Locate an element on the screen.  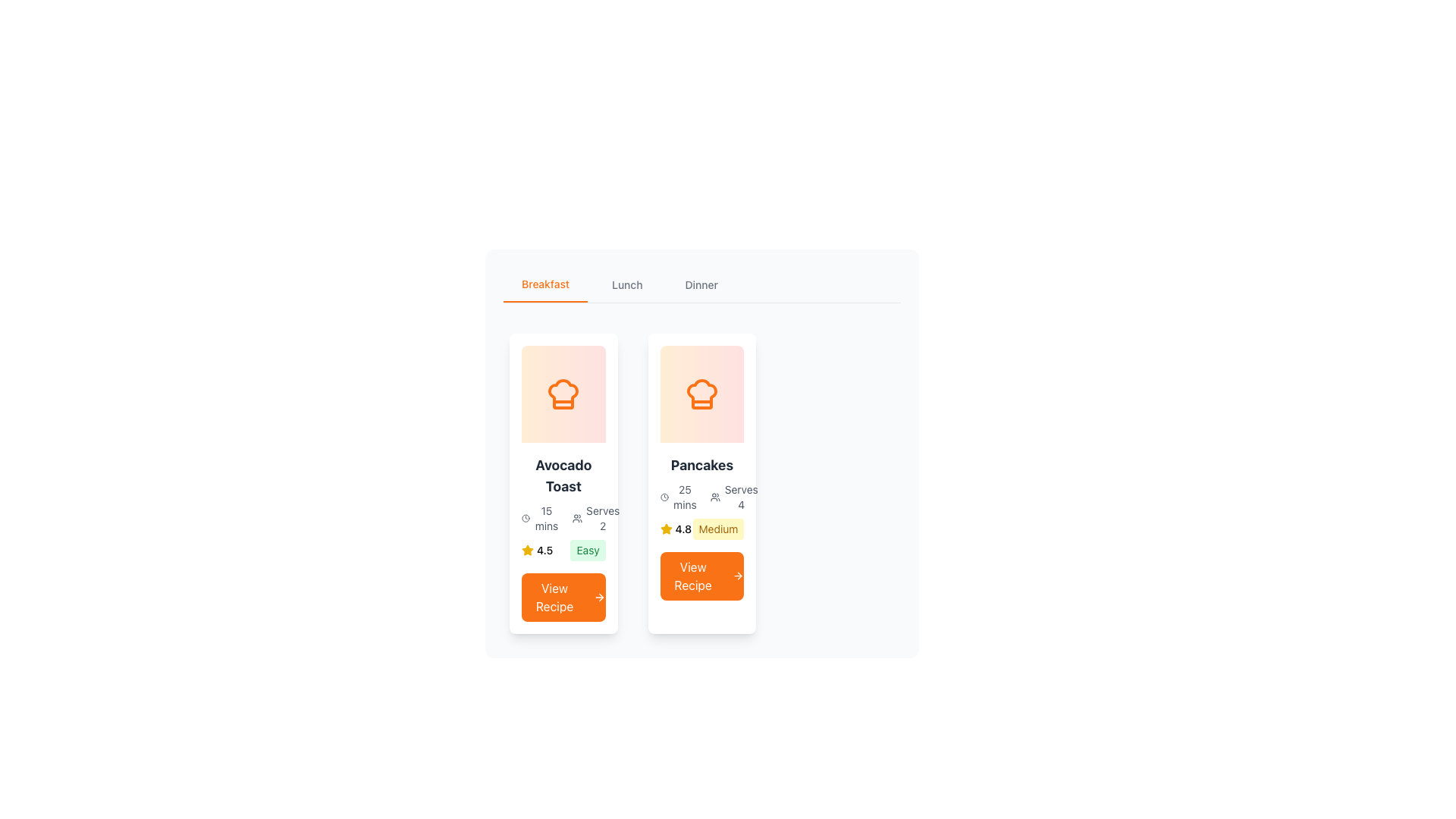
the information provided on the 'Medium' Badge, which is a rectangular badge with a yellow background located at the bottom of the 'Pancakes' recipe card is located at coordinates (717, 529).